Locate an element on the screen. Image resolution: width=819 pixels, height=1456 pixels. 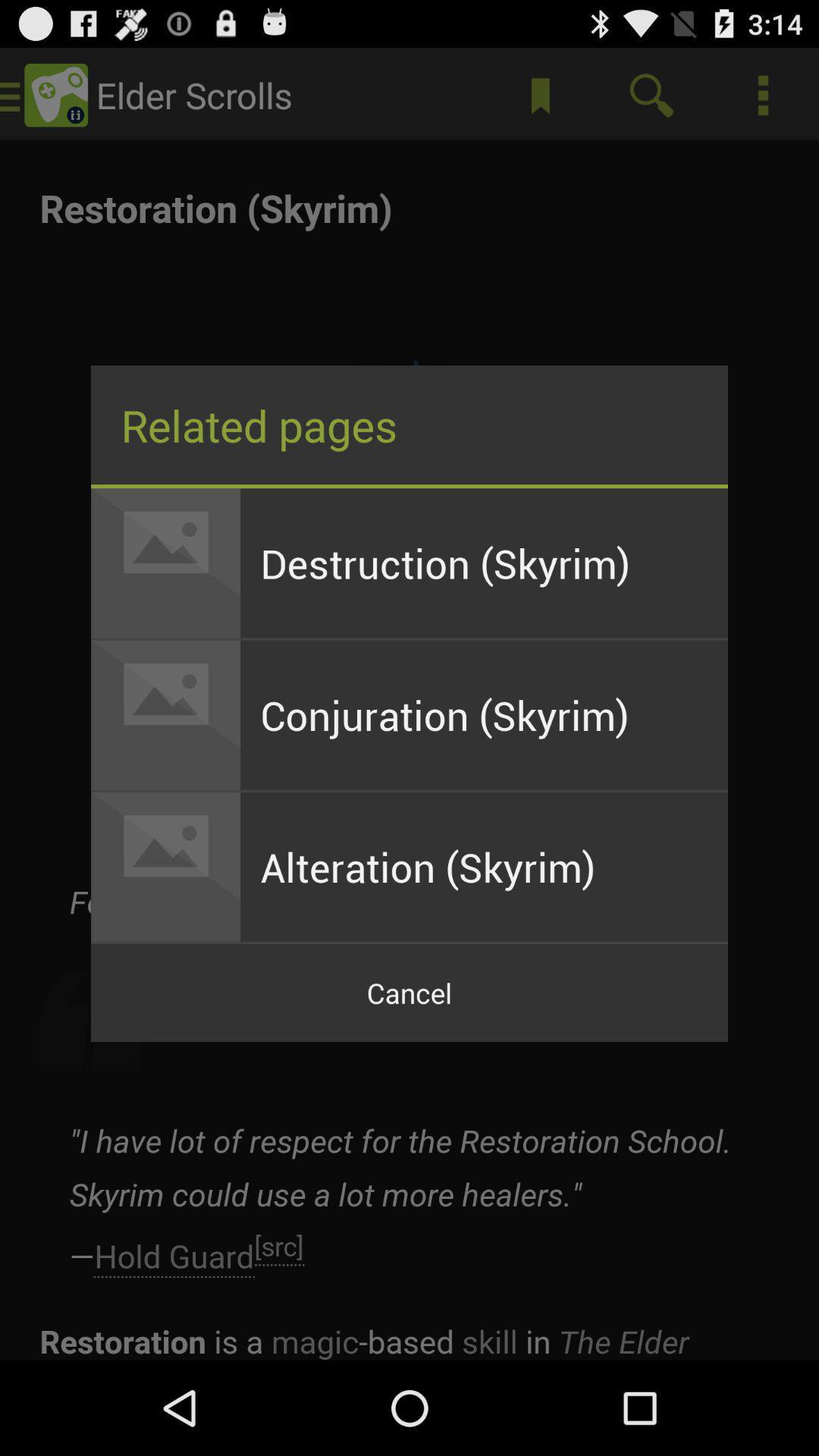
the alteration (skyrim) app is located at coordinates (484, 867).